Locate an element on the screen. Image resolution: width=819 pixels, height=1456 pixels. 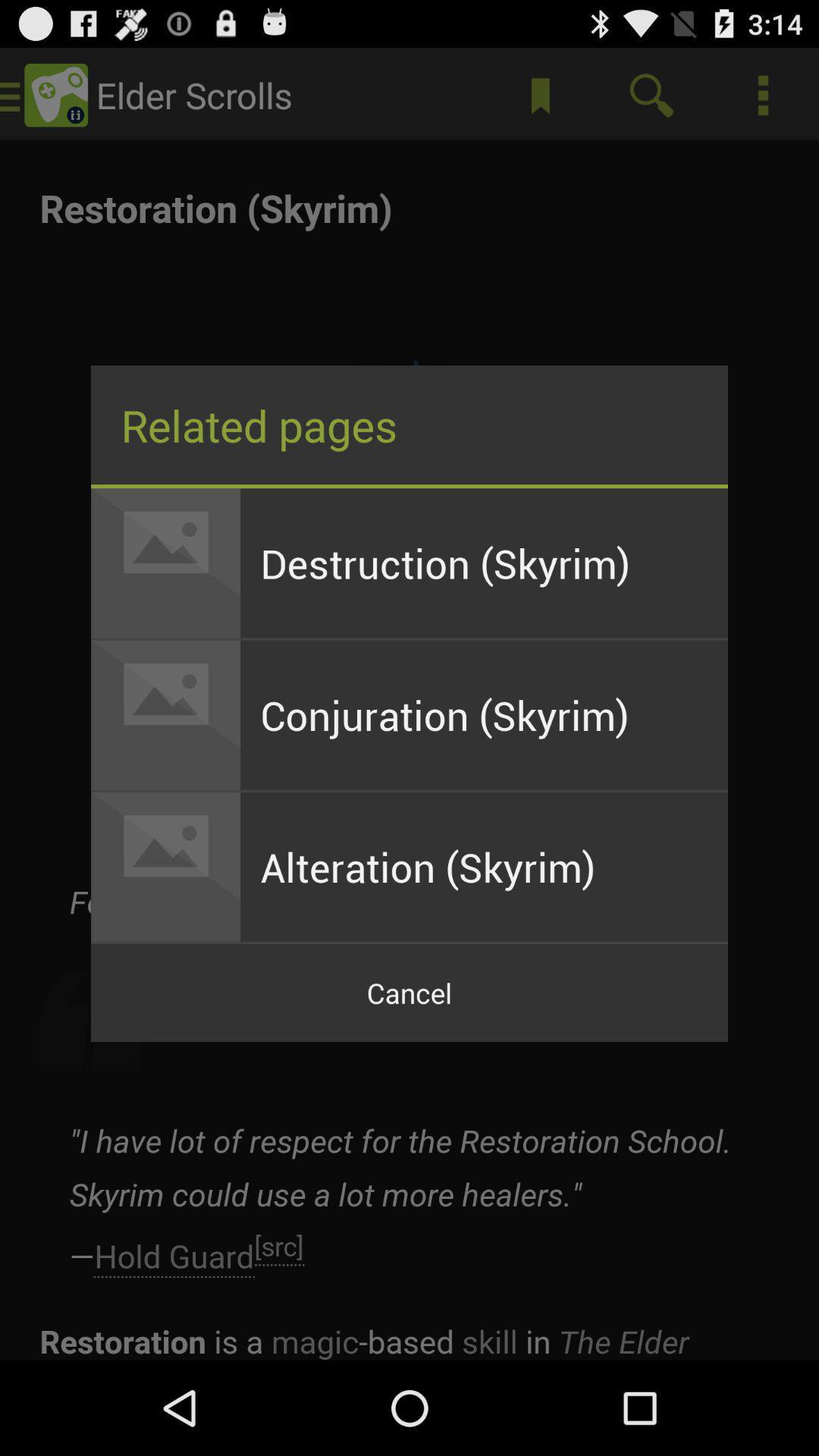
the alteration (skyrim) app is located at coordinates (484, 867).